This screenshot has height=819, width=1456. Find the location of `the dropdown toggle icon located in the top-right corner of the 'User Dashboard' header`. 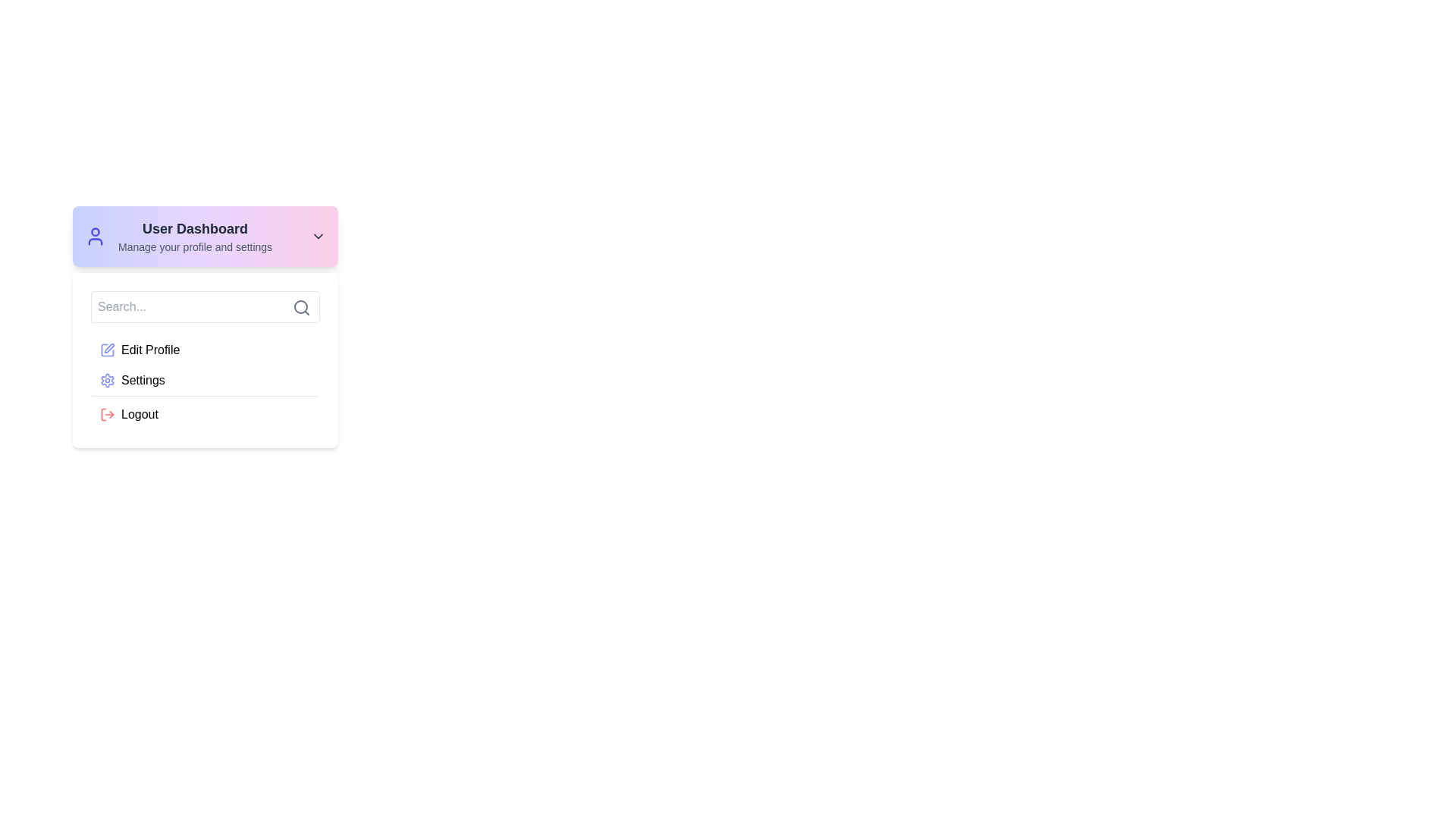

the dropdown toggle icon located in the top-right corner of the 'User Dashboard' header is located at coordinates (318, 237).